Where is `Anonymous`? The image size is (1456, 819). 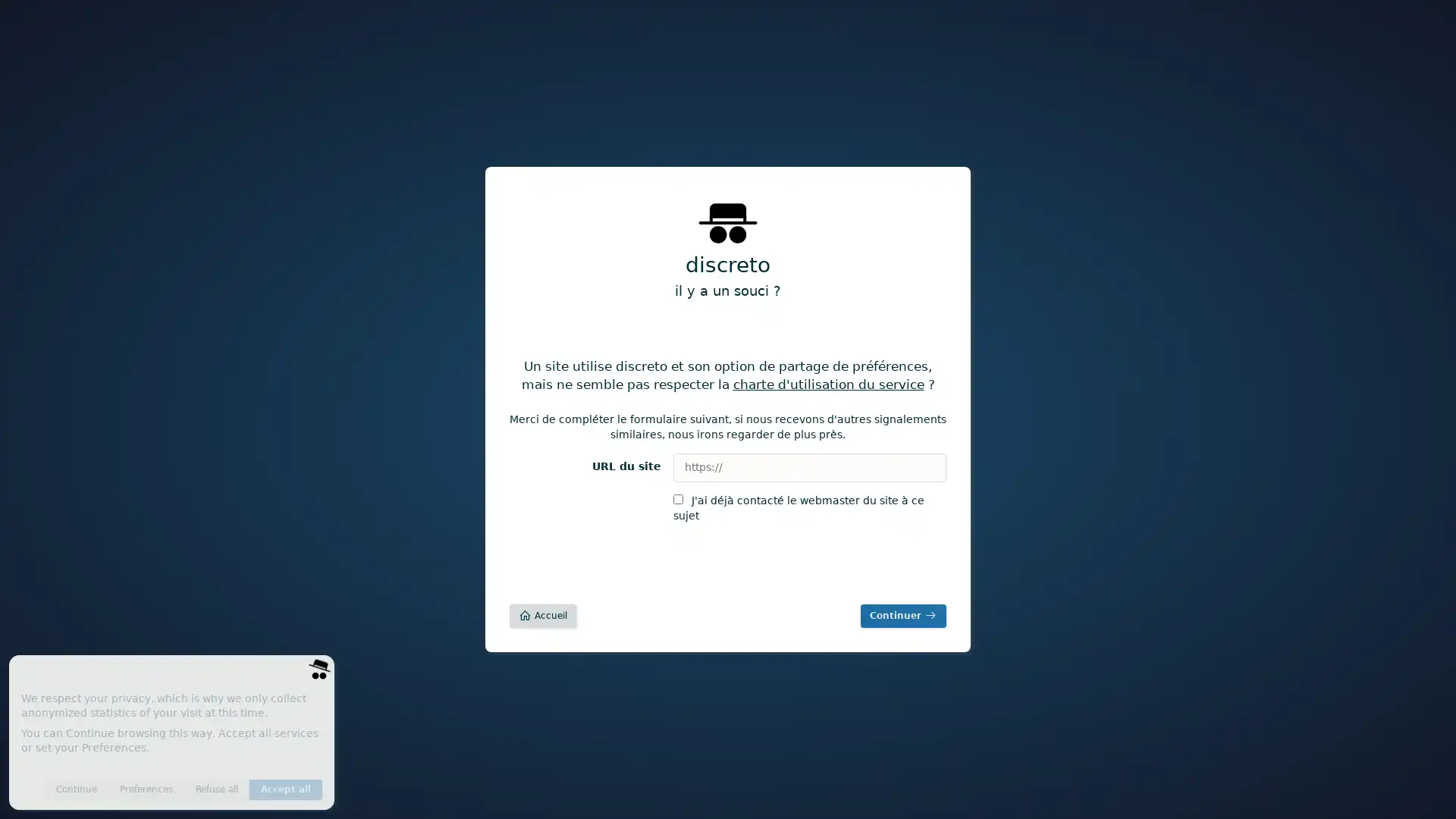 Anonymous is located at coordinates (176, 795).